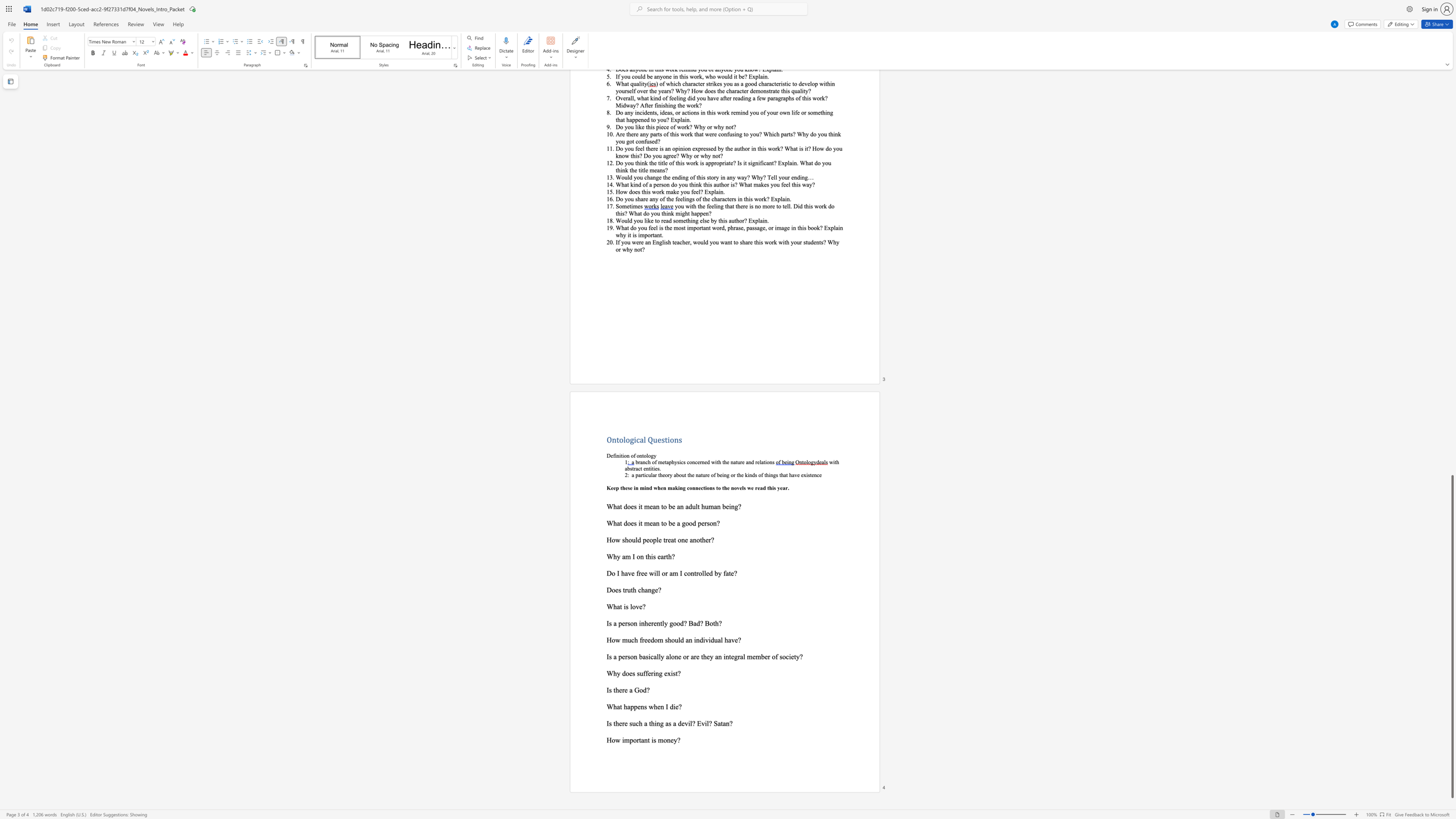 This screenshot has width=1456, height=819. Describe the element at coordinates (660, 468) in the screenshot. I see `the 1th character "." in the text` at that location.